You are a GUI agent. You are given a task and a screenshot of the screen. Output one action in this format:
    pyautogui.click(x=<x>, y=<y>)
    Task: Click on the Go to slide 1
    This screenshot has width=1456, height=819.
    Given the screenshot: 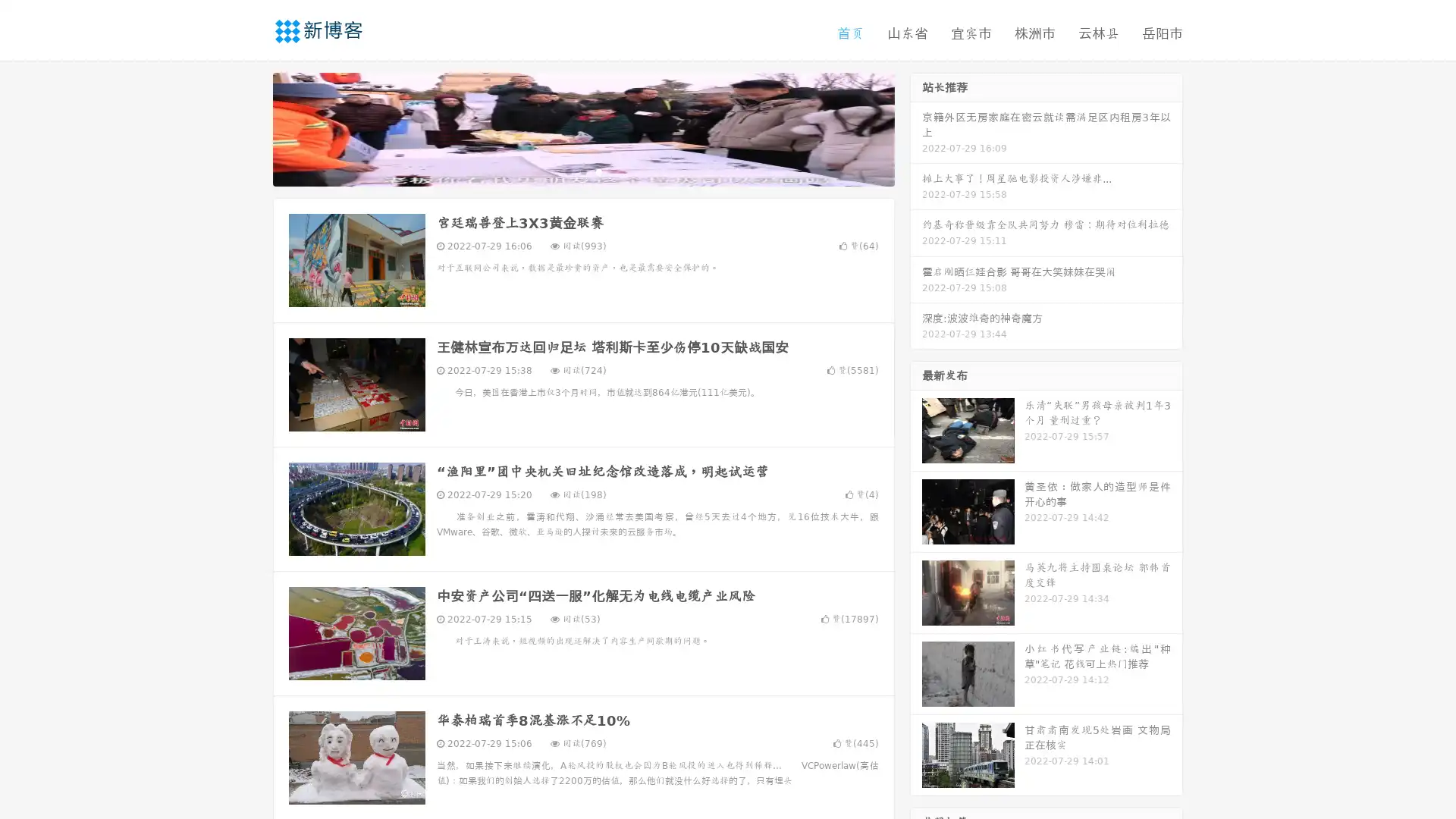 What is the action you would take?
    pyautogui.click(x=567, y=171)
    